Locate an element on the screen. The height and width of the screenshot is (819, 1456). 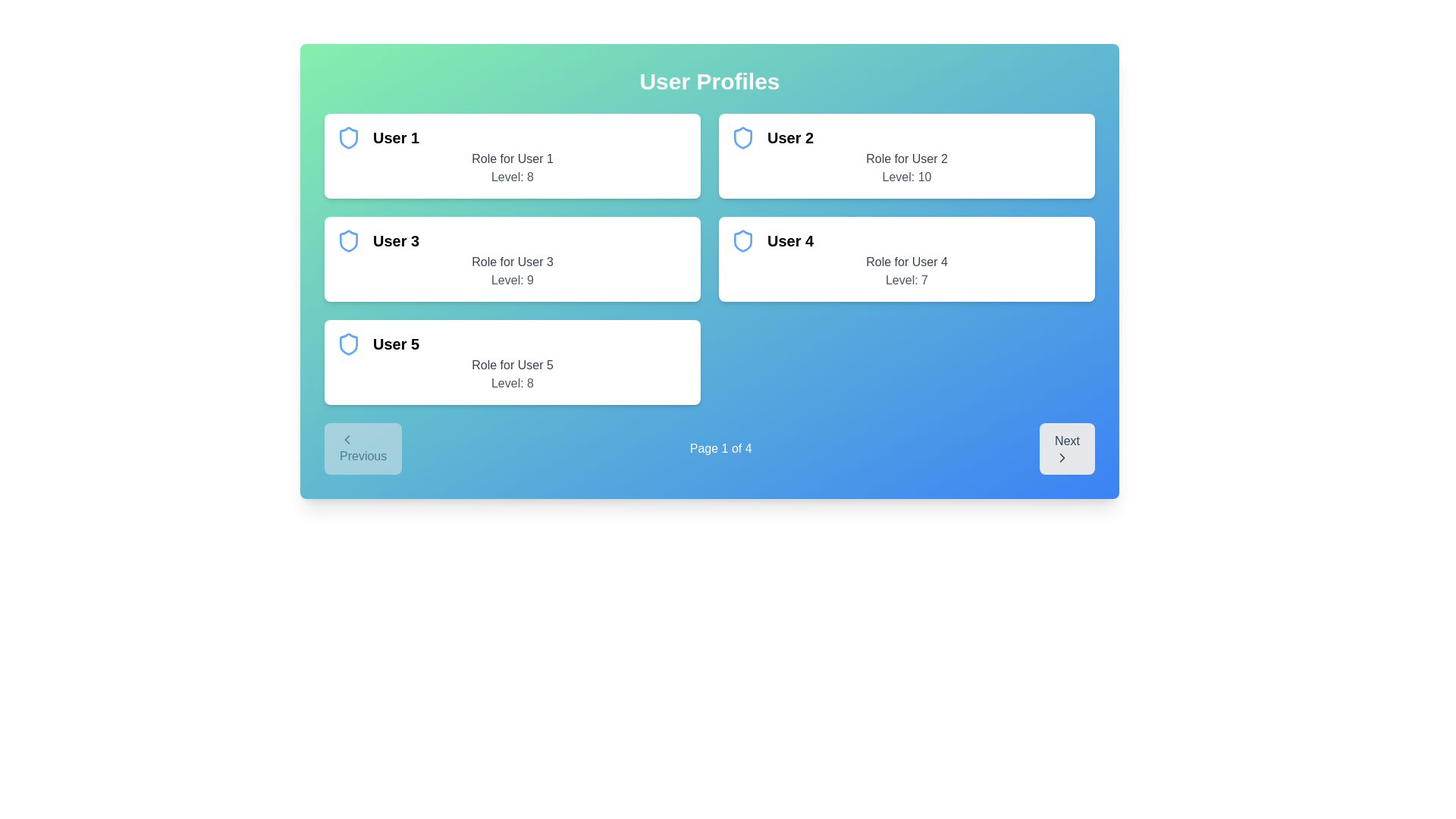
the bold text label displaying 'User 1', which is prominently positioned in the first card of the left column, next to a blue shield icon is located at coordinates (396, 137).